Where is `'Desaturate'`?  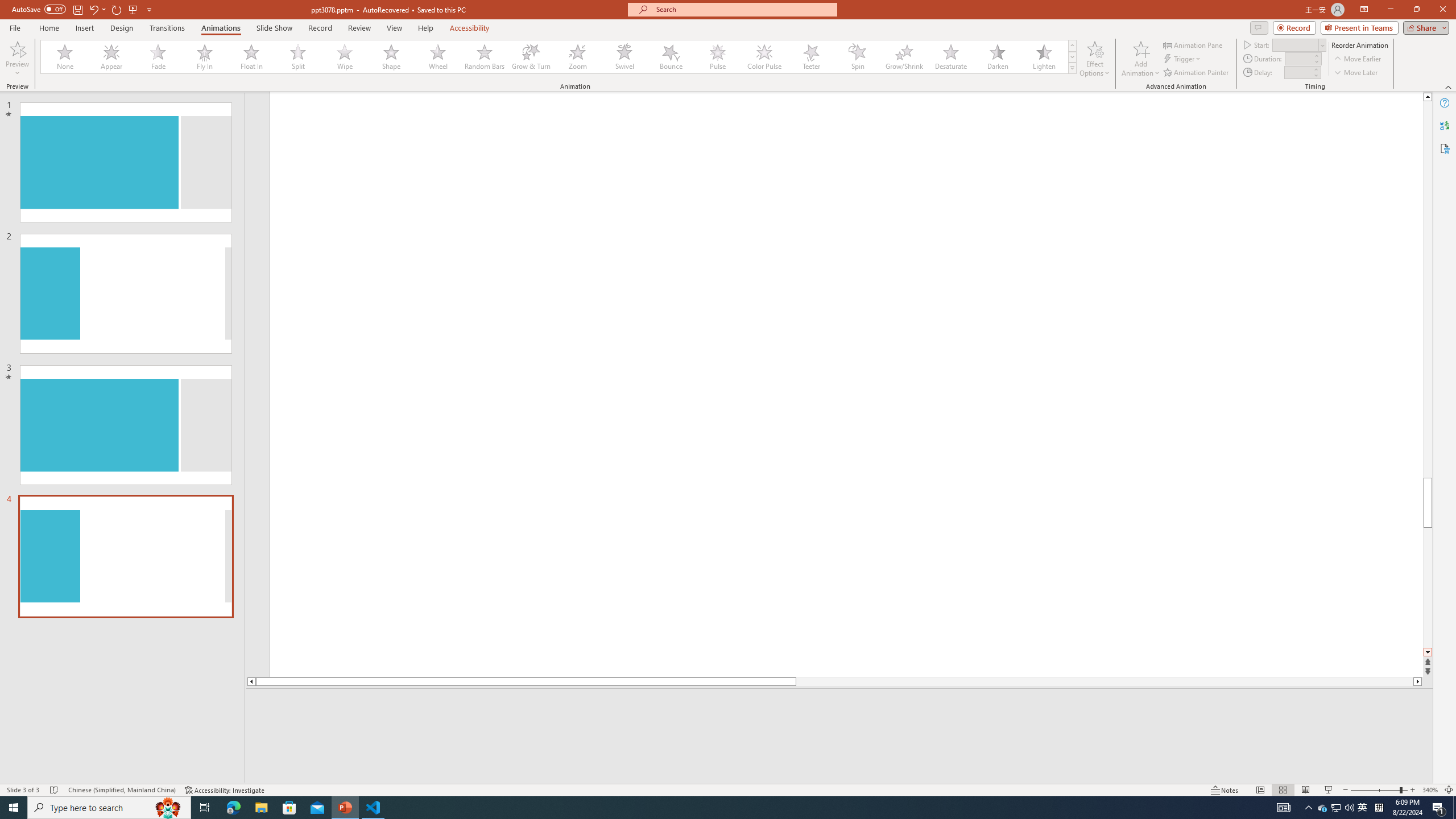 'Desaturate' is located at coordinates (950, 56).